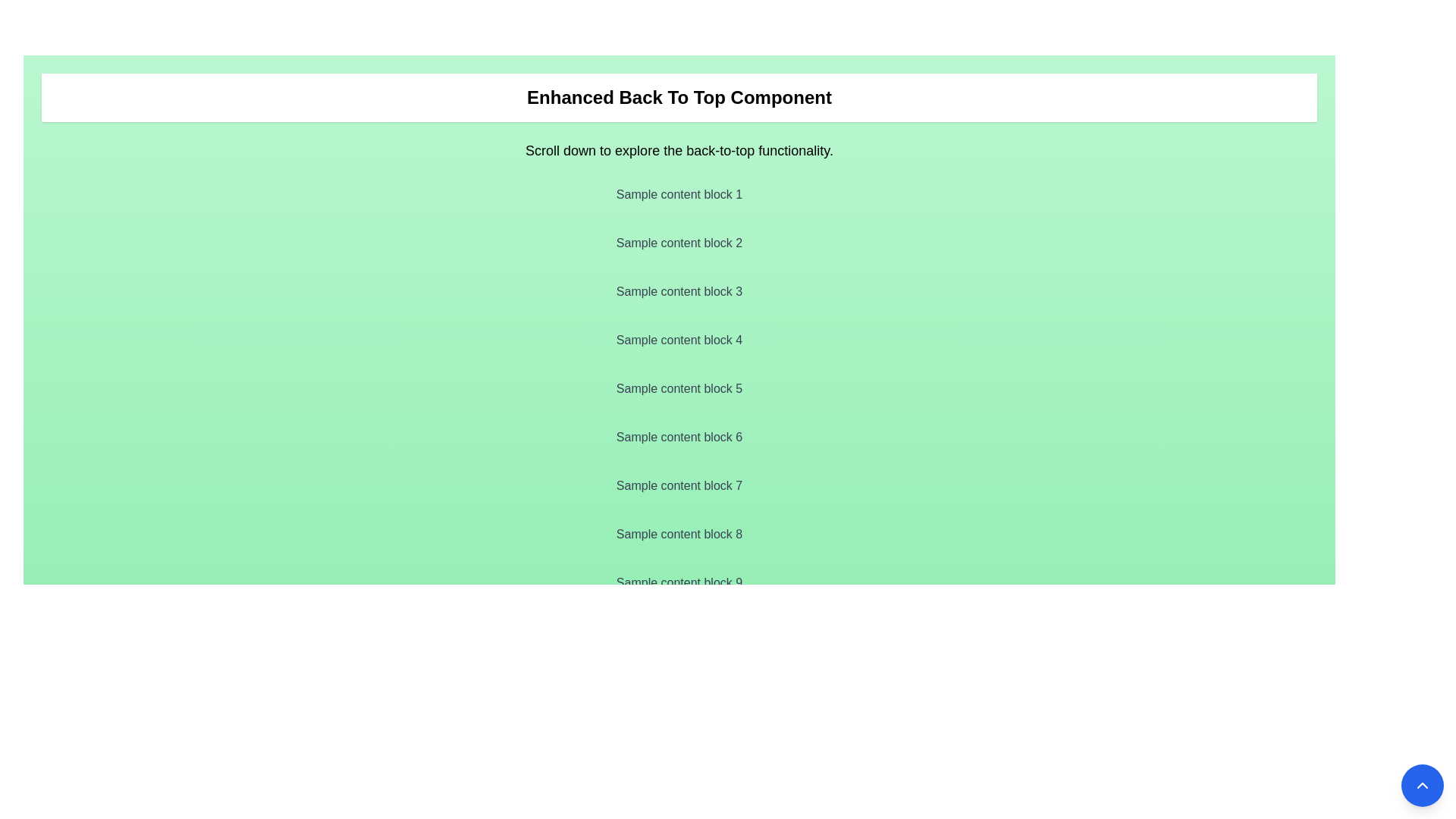 The image size is (1456, 819). Describe the element at coordinates (679, 582) in the screenshot. I see `the static text block displaying 'Sample content block 9.'` at that location.